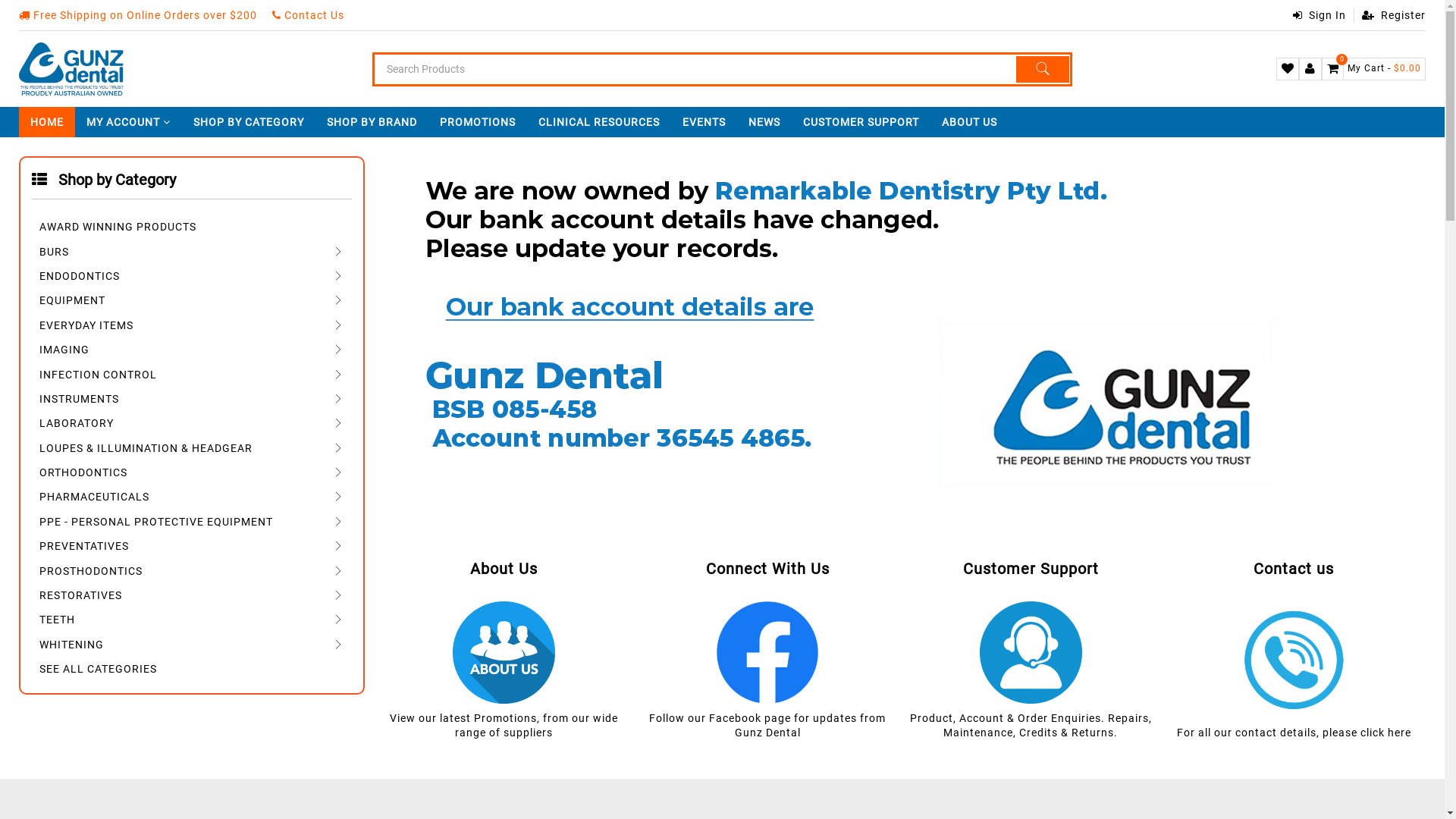 This screenshot has height=819, width=1456. Describe the element at coordinates (191, 423) in the screenshot. I see `'LABORATORY'` at that location.